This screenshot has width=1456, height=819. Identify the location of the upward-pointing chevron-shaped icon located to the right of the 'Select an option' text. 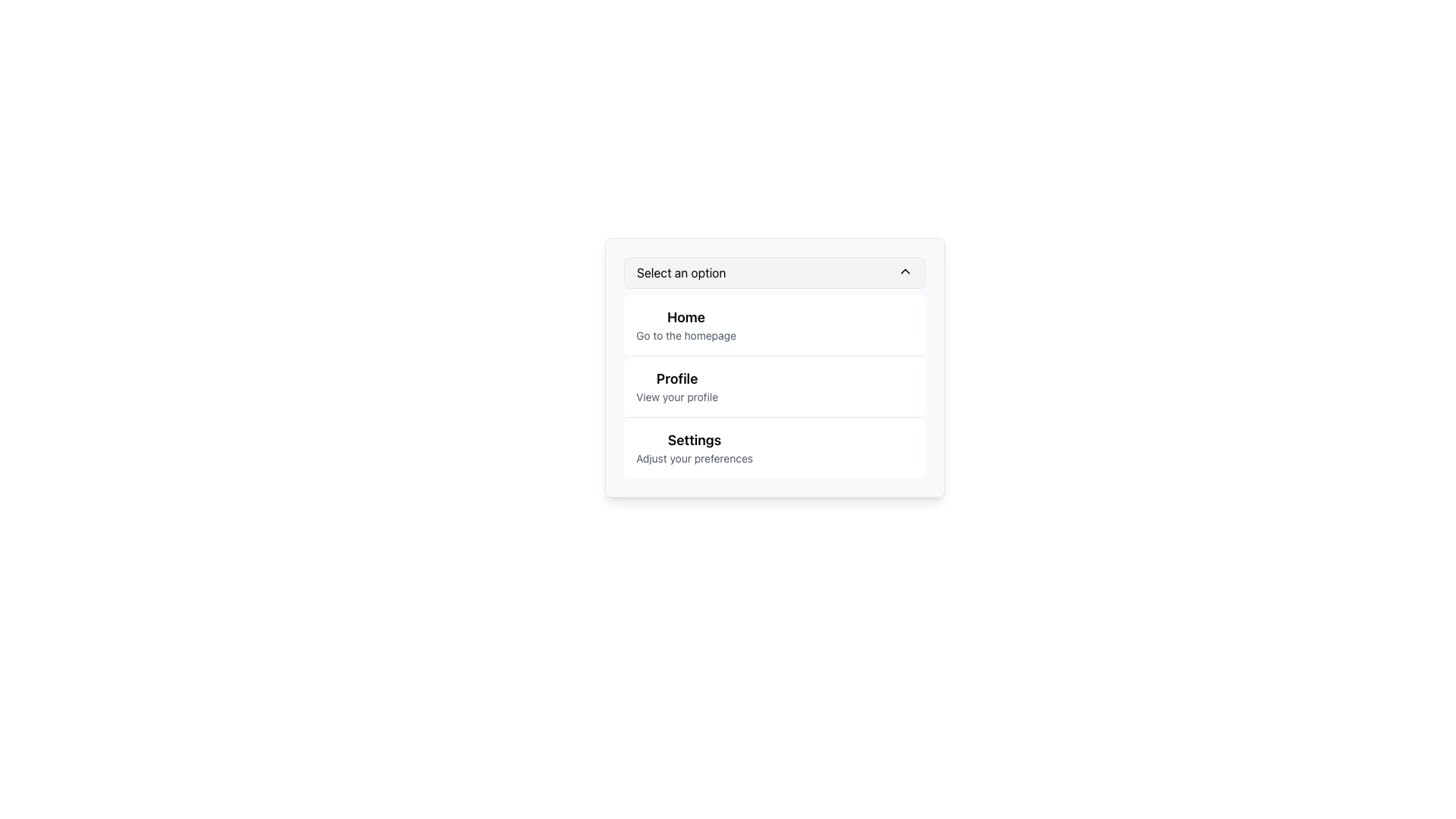
(905, 271).